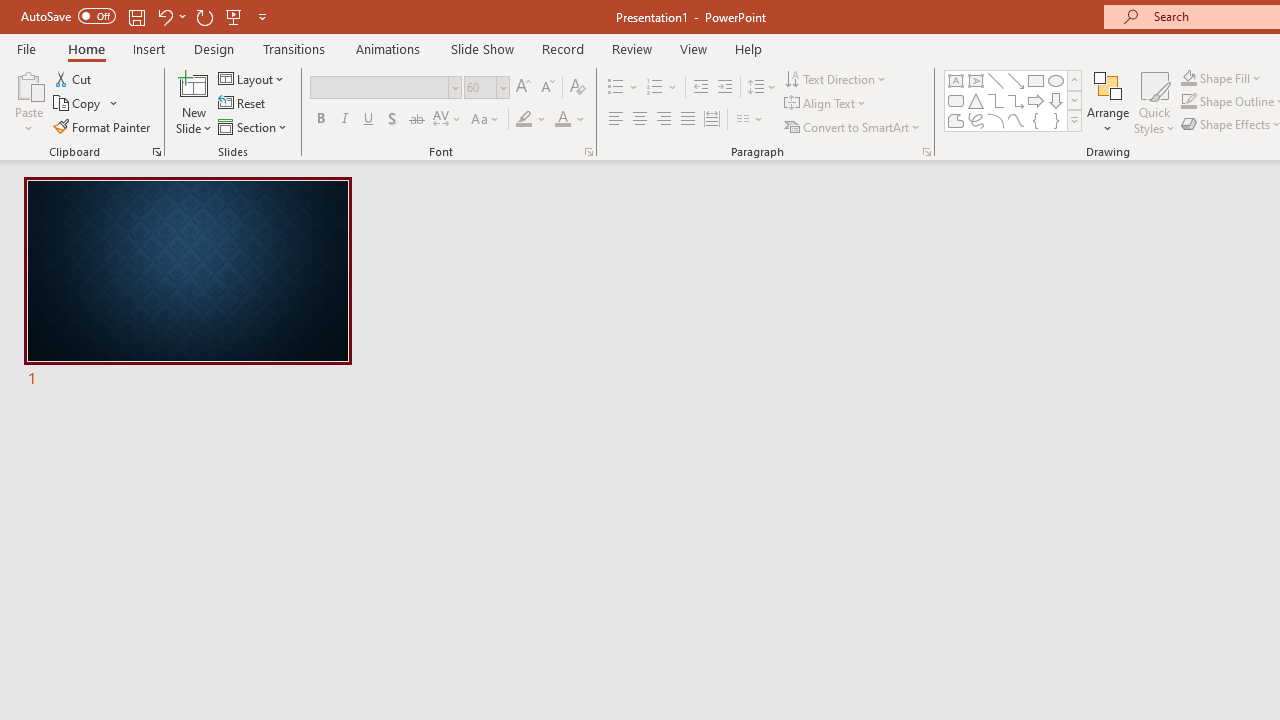 The height and width of the screenshot is (720, 1280). Describe the element at coordinates (826, 103) in the screenshot. I see `'Align Text'` at that location.